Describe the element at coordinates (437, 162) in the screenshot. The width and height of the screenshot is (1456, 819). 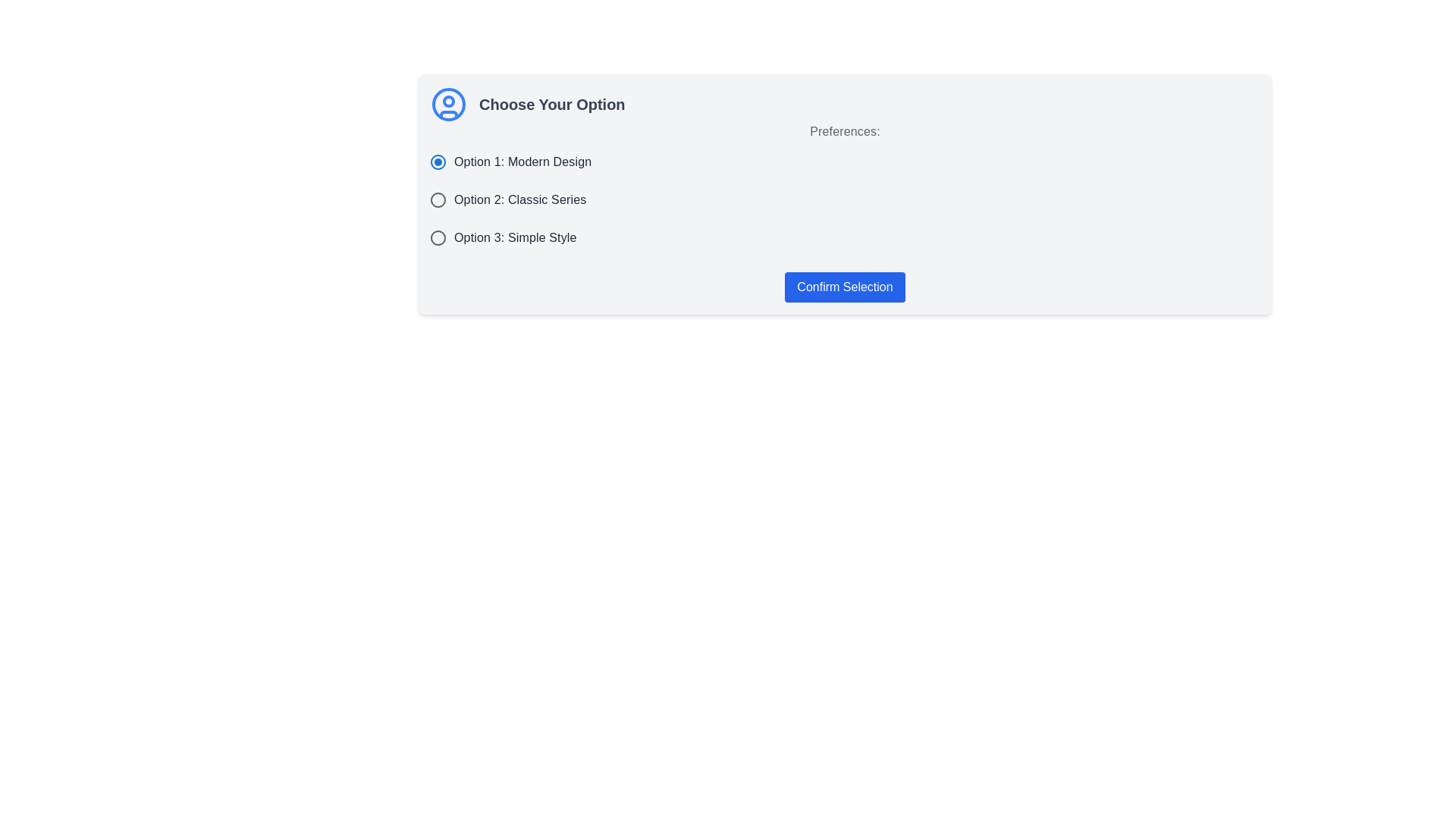
I see `the circular radio button with a blue outer ring and dot next to the text 'Option 1: Modern Design'` at that location.